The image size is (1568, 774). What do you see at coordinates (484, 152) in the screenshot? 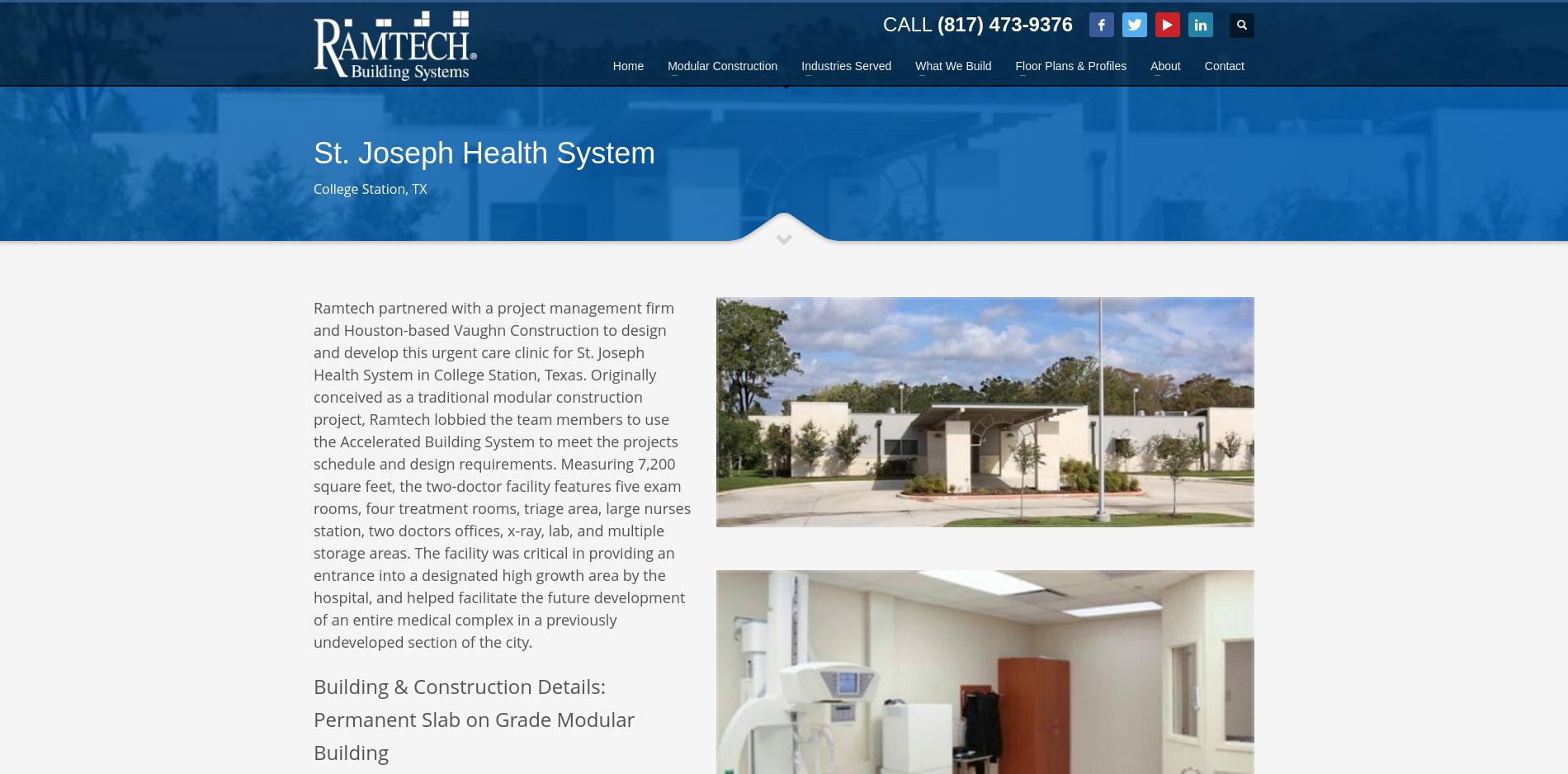
I see `'St. Joseph Health System'` at bounding box center [484, 152].